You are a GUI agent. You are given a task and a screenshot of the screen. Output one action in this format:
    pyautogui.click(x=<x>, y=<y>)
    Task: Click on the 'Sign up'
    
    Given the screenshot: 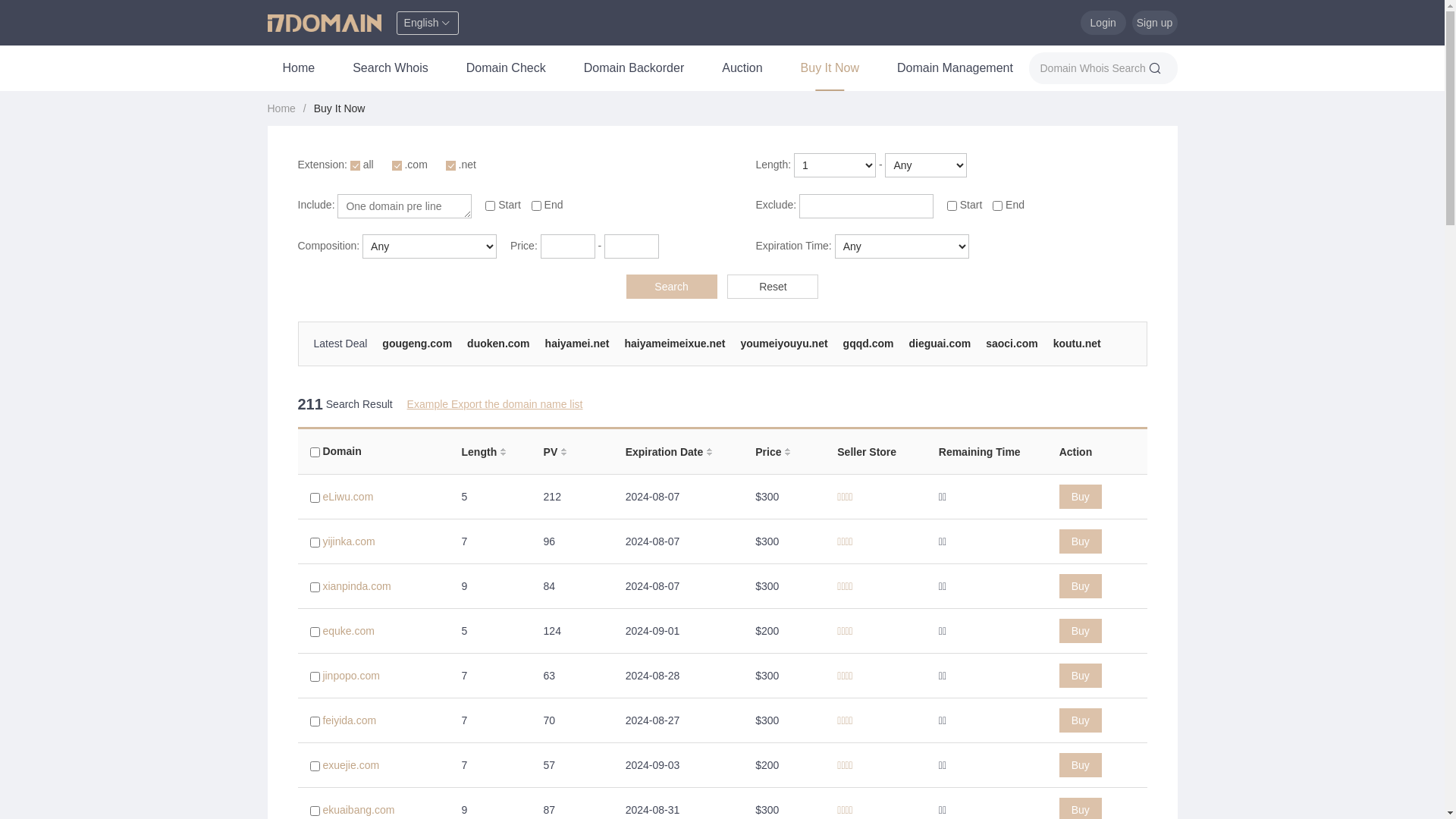 What is the action you would take?
    pyautogui.click(x=1153, y=23)
    